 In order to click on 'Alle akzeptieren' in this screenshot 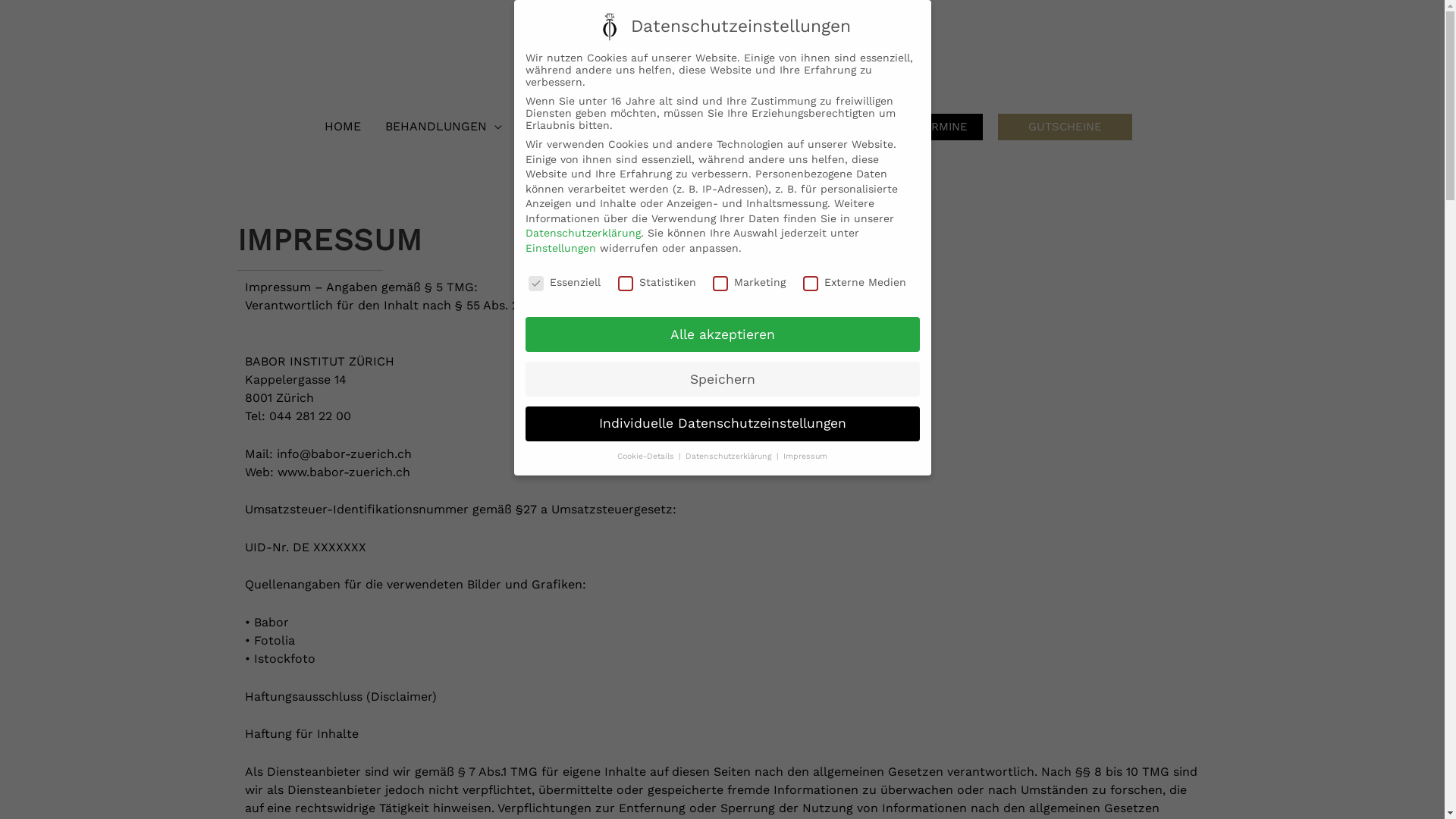, I will do `click(720, 333)`.